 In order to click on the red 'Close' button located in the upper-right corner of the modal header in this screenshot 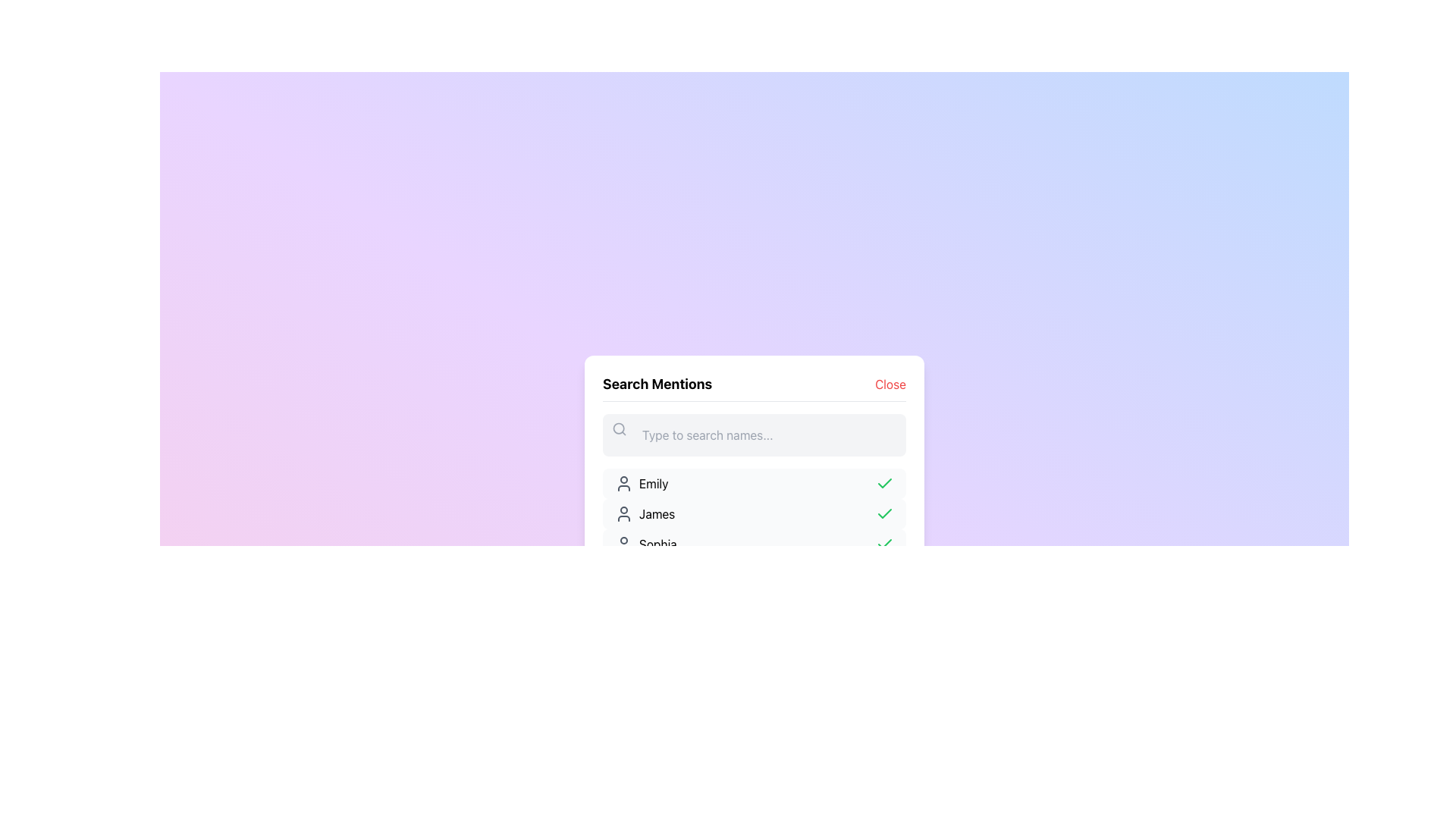, I will do `click(890, 383)`.